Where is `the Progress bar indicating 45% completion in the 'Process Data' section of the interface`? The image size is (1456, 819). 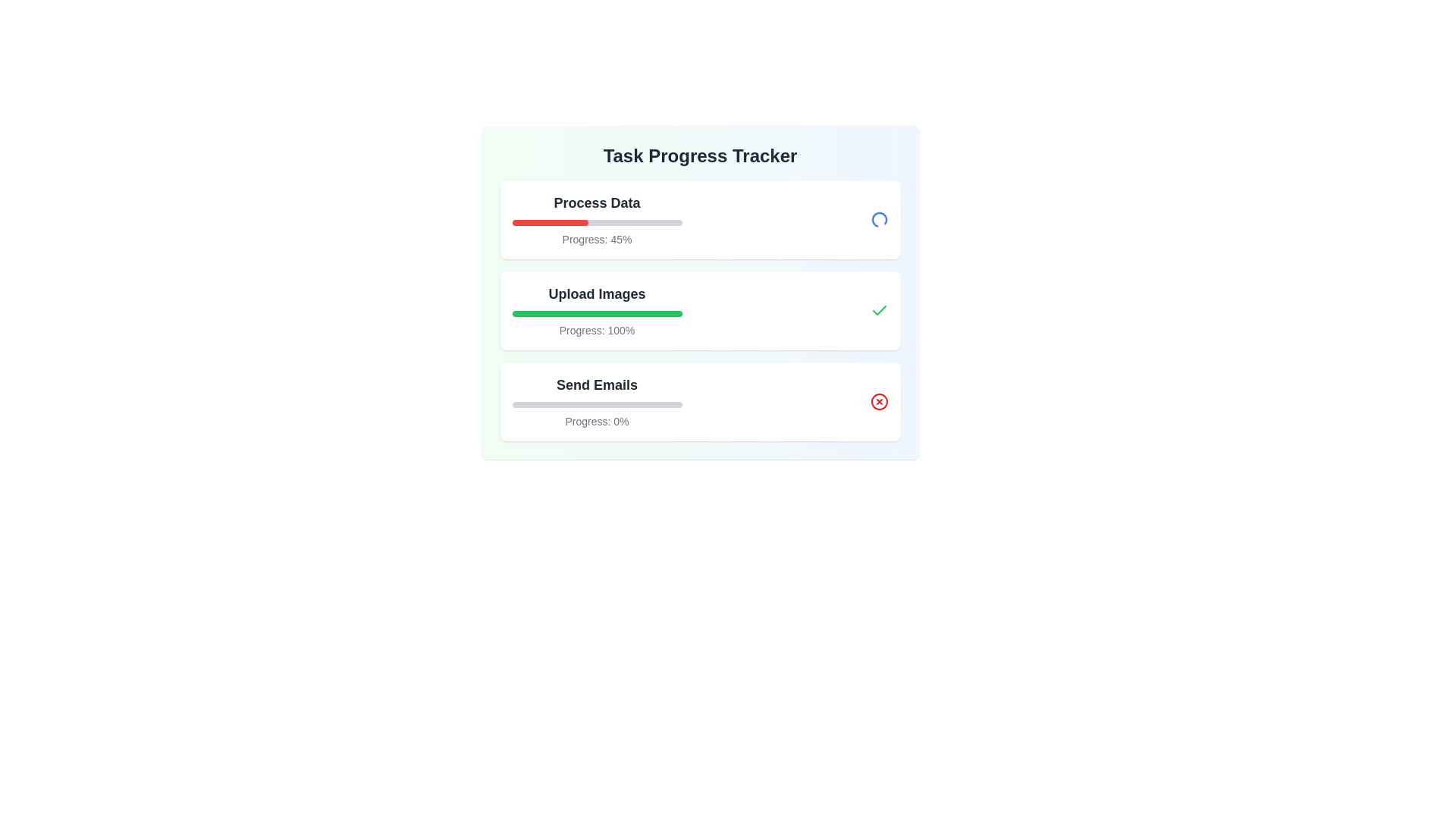 the Progress bar indicating 45% completion in the 'Process Data' section of the interface is located at coordinates (596, 222).